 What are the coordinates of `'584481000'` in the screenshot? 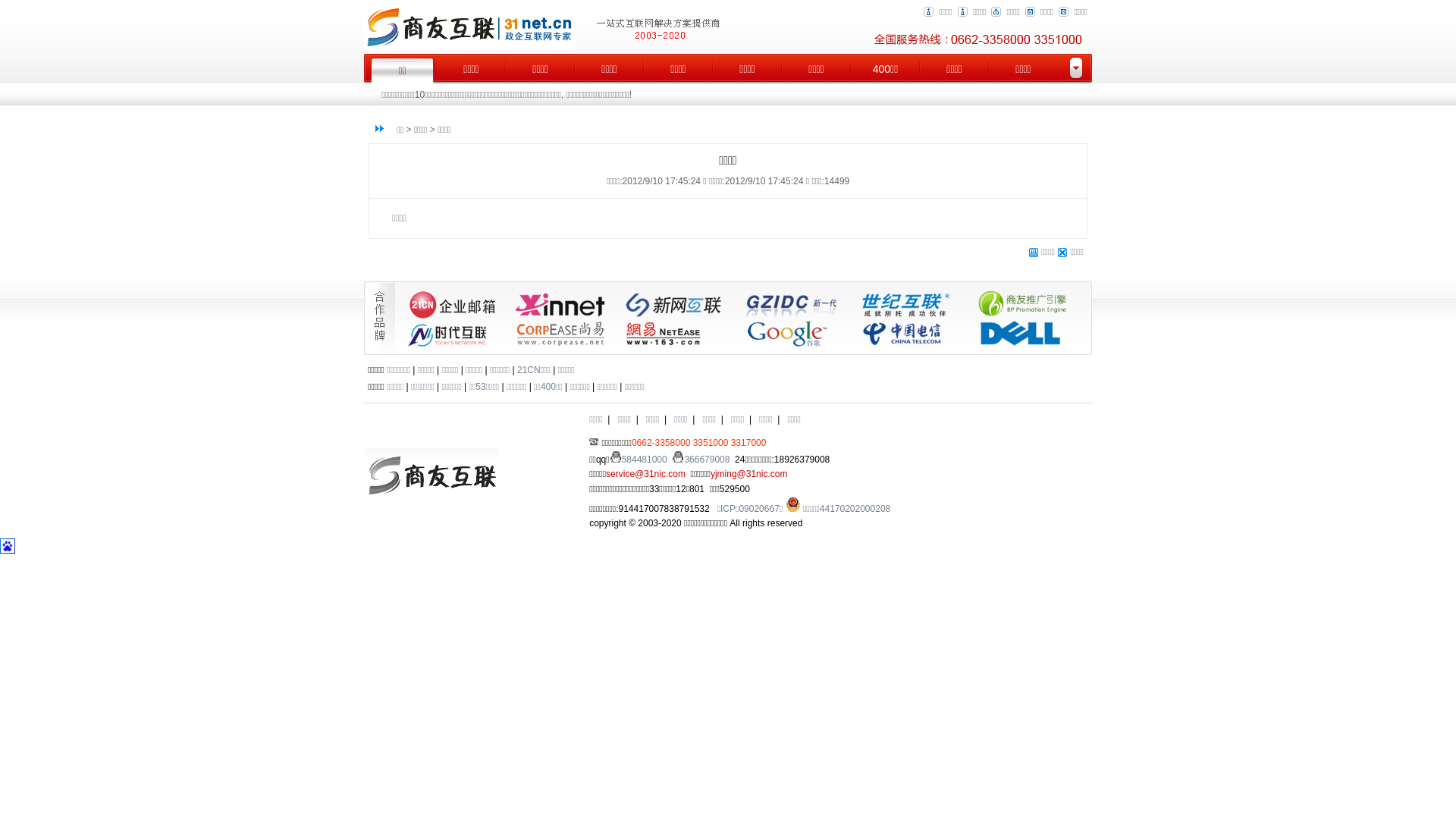 It's located at (638, 458).